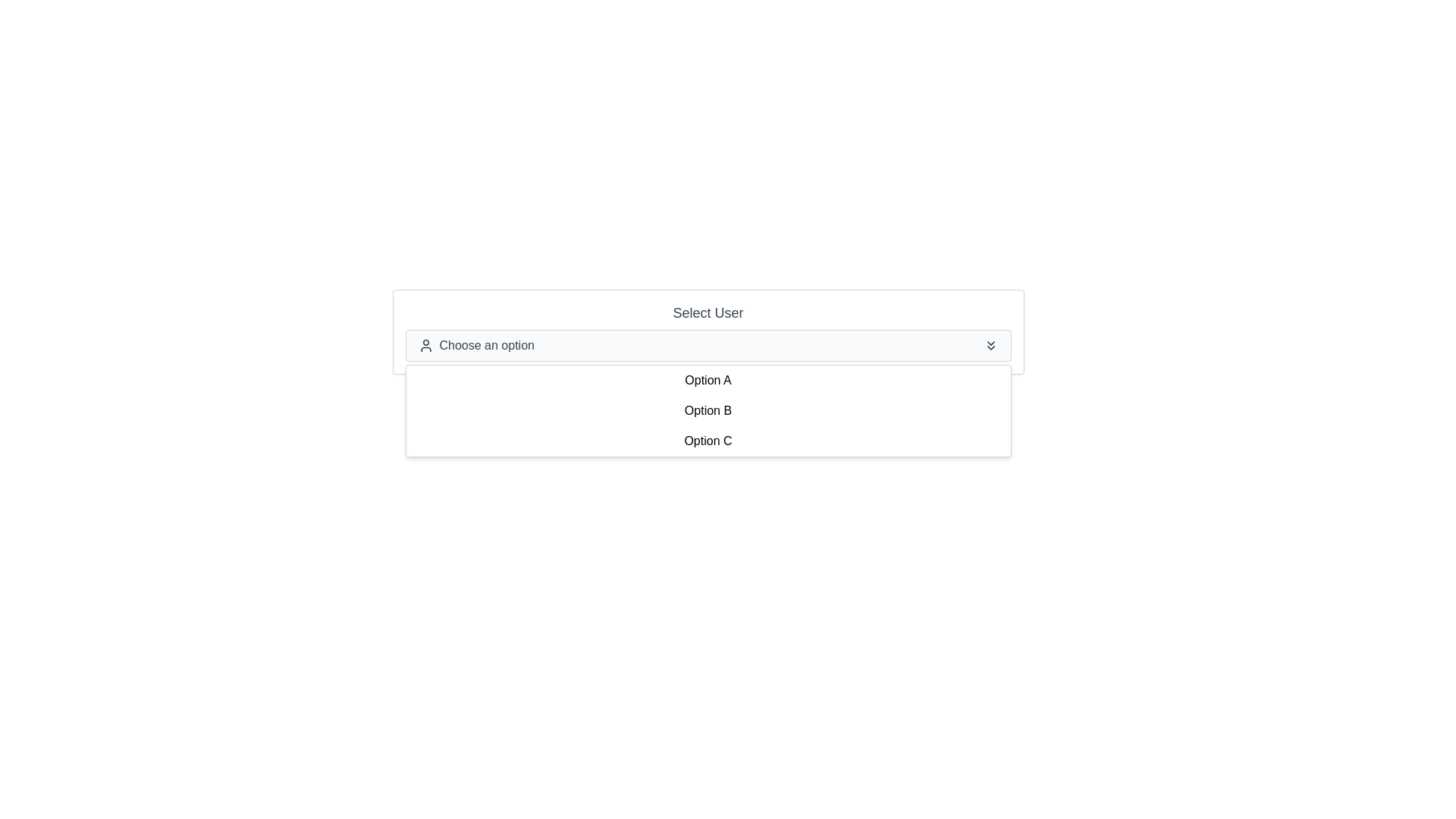 This screenshot has width=1456, height=819. What do you see at coordinates (708, 312) in the screenshot?
I see `the text label that serves as an instruction for the dropdown menu labeled 'Choose an option'` at bounding box center [708, 312].